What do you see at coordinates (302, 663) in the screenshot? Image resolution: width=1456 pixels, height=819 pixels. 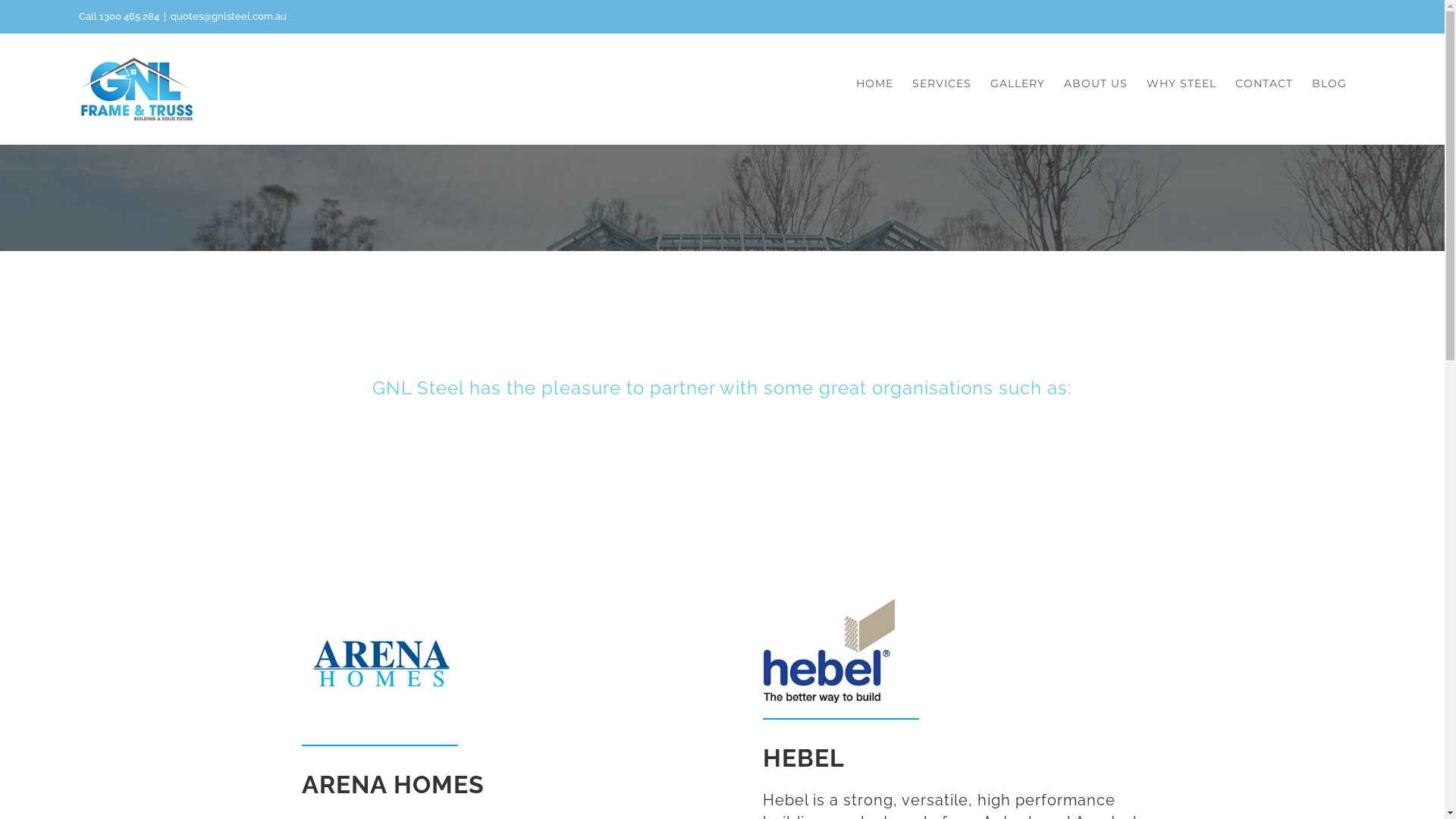 I see `'arena'` at bounding box center [302, 663].